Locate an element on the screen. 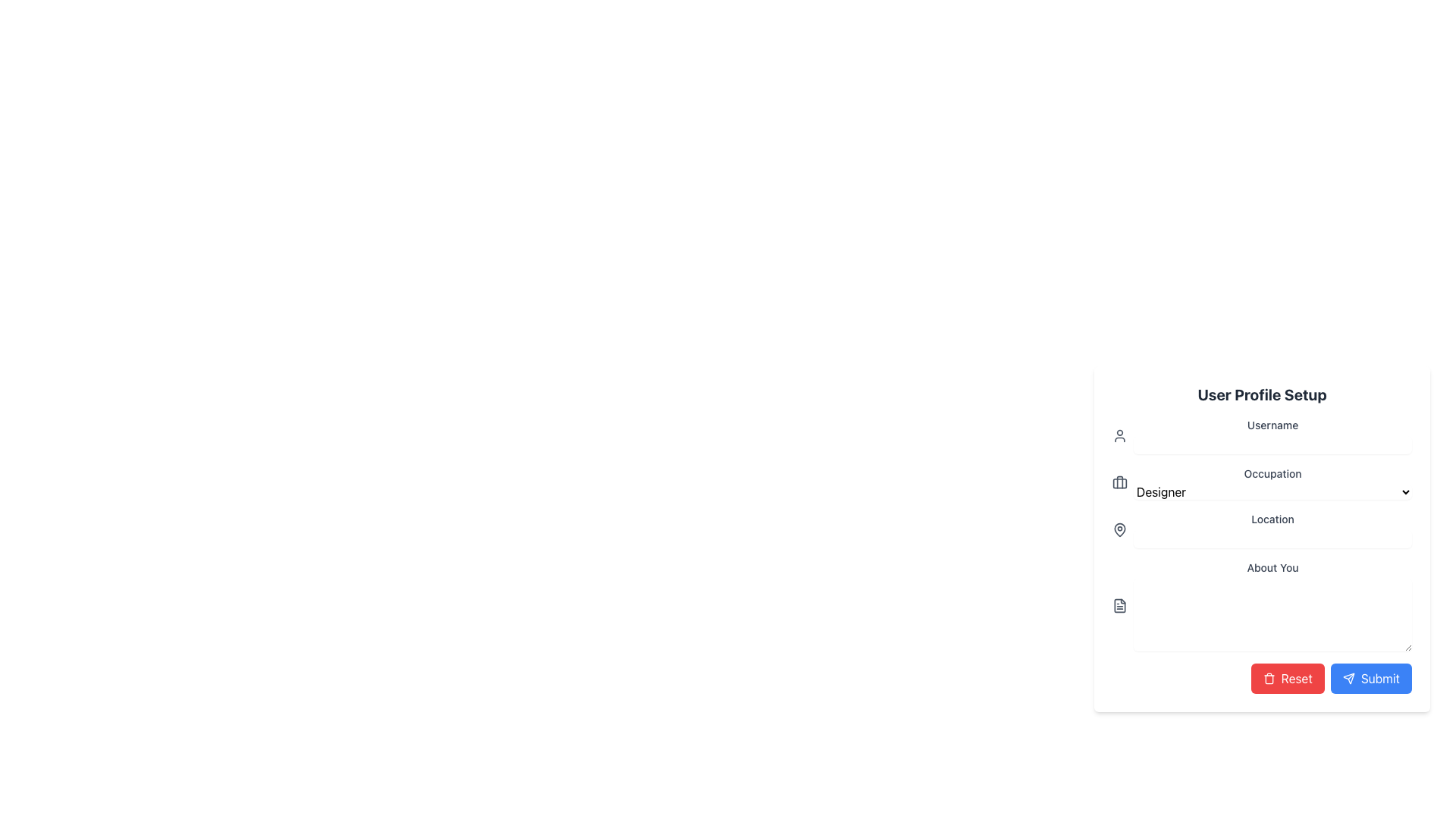 Image resolution: width=1456 pixels, height=819 pixels. the sending action icon located on the right side of the blue 'Submit' button at the bottom-right of the form layout is located at coordinates (1348, 677).